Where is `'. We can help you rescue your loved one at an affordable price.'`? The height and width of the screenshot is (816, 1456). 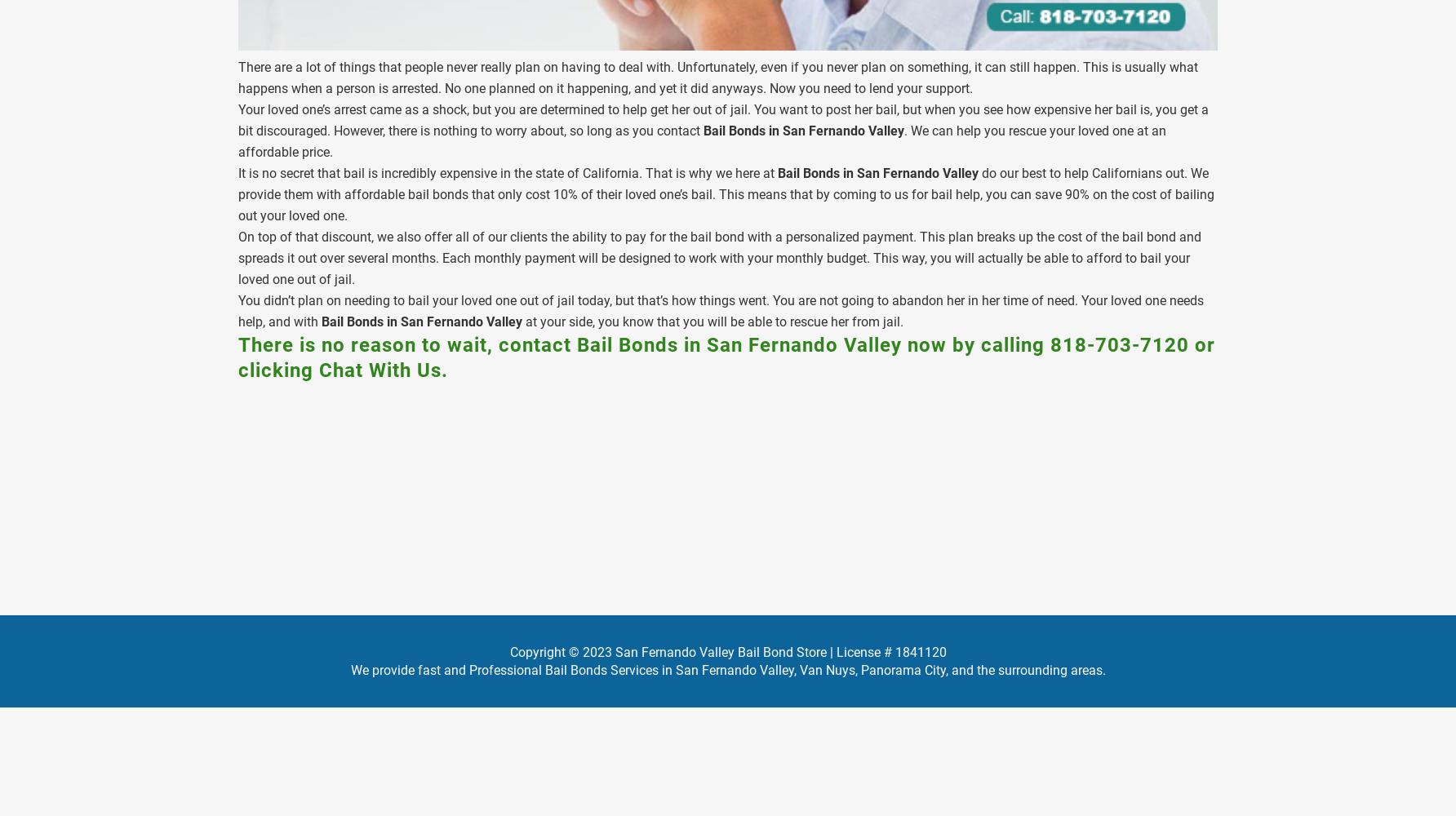
'. We can help you rescue your loved one at an affordable price.' is located at coordinates (701, 140).